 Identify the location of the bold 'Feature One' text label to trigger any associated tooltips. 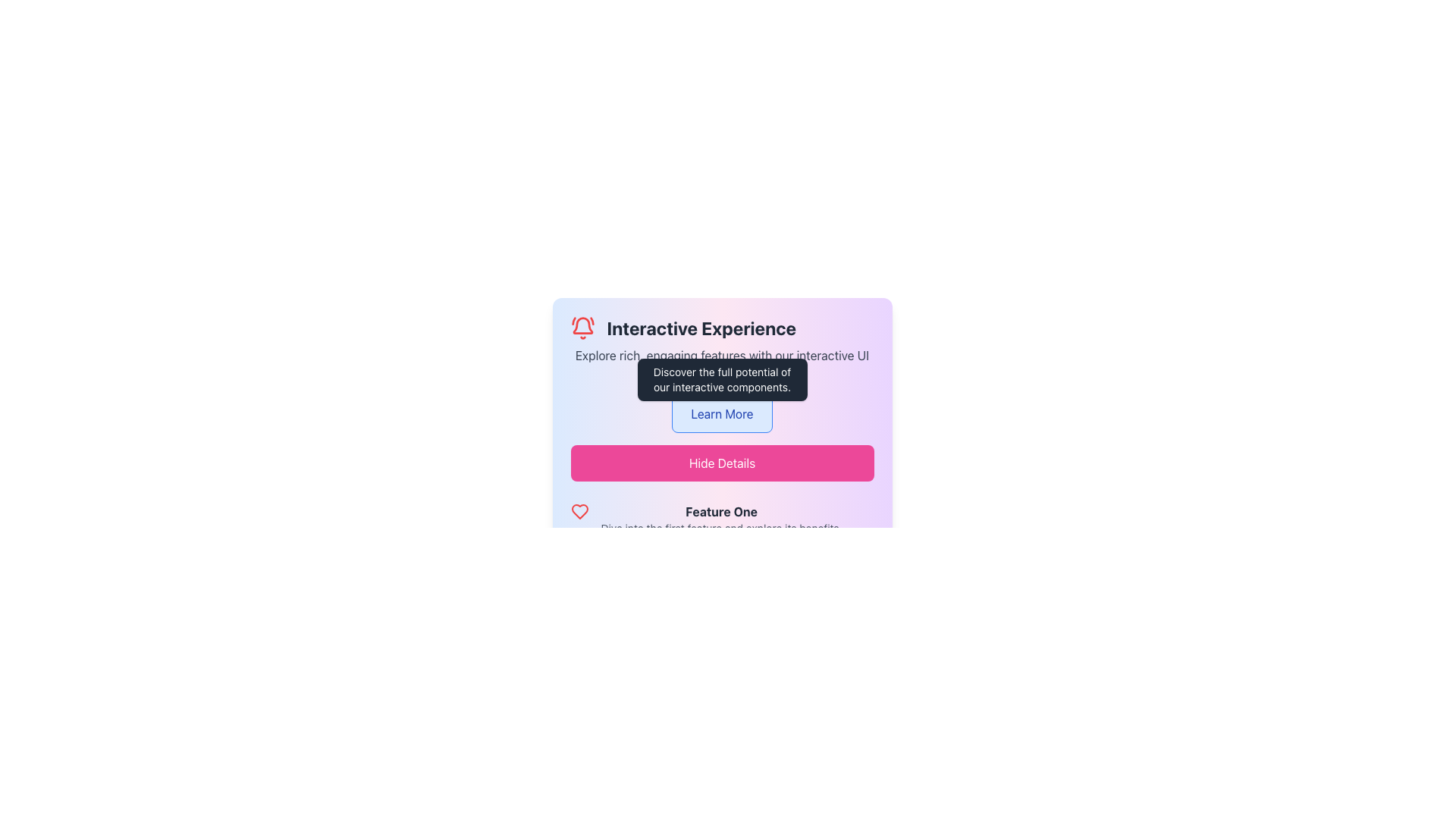
(720, 512).